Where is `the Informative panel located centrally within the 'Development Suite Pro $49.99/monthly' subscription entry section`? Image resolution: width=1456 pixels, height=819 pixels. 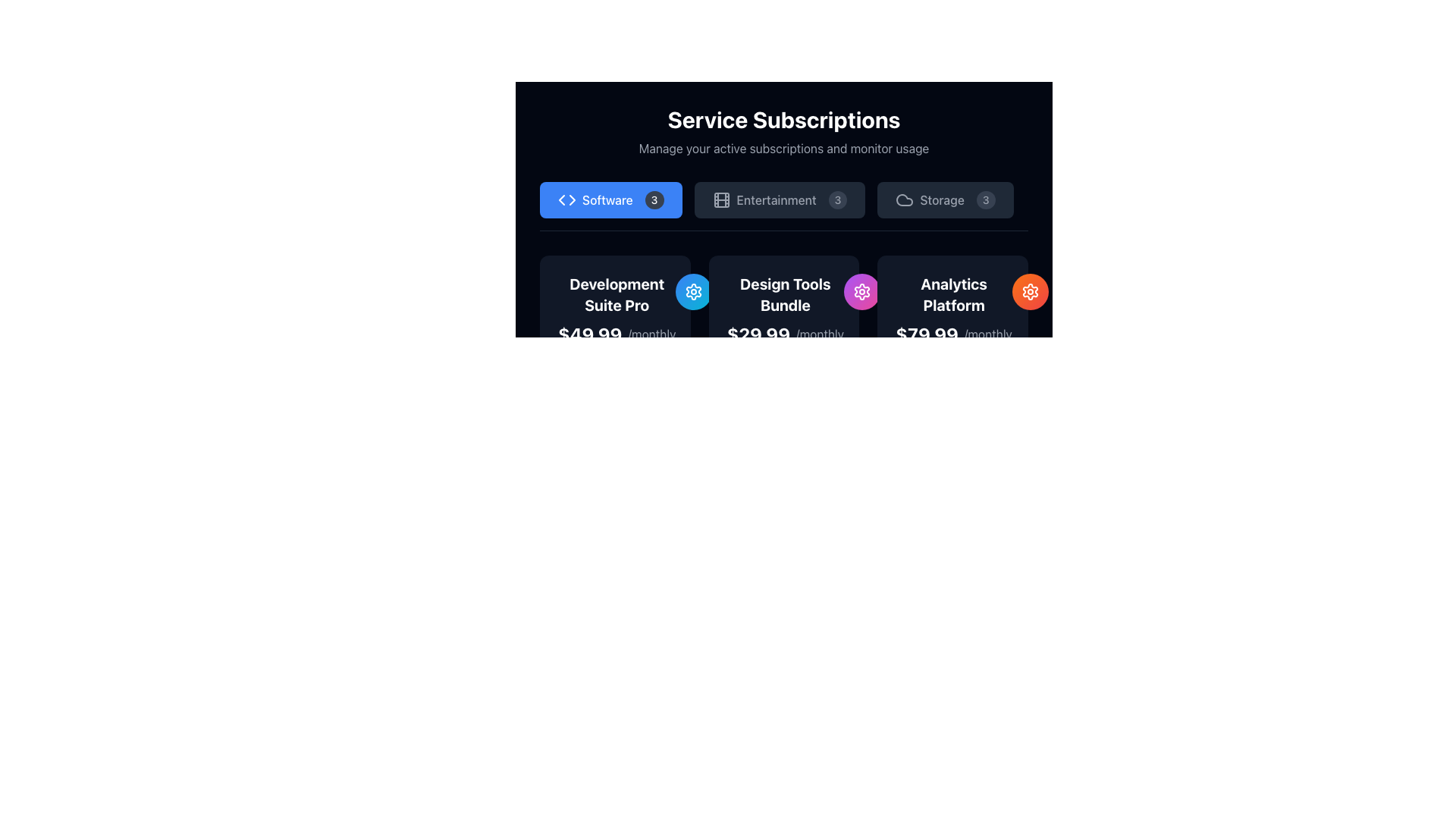 the Informative panel located centrally within the 'Development Suite Pro $49.99/monthly' subscription entry section is located at coordinates (615, 427).